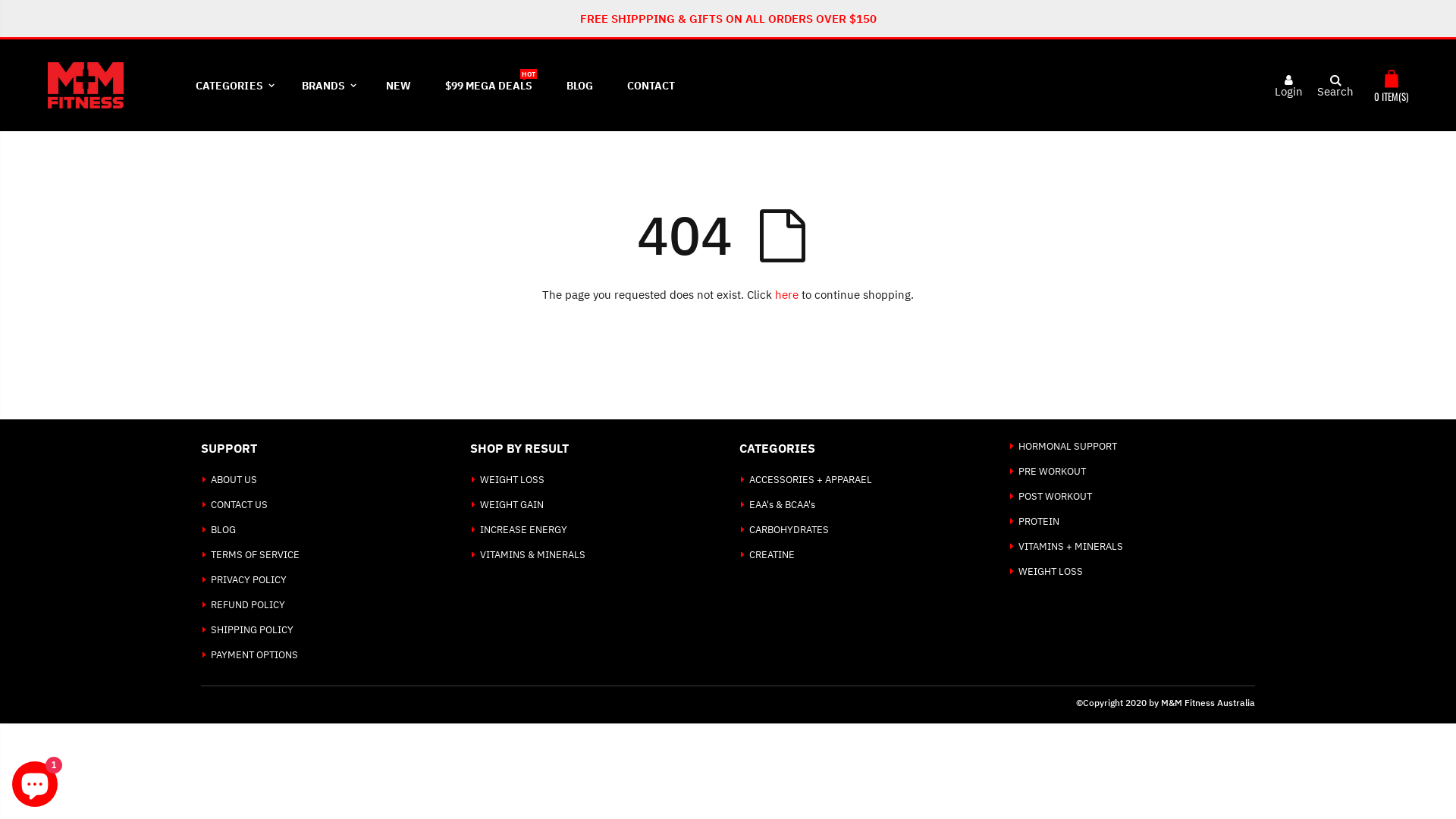 The height and width of the screenshot is (819, 1456). I want to click on 'CONTACT US', so click(210, 504).